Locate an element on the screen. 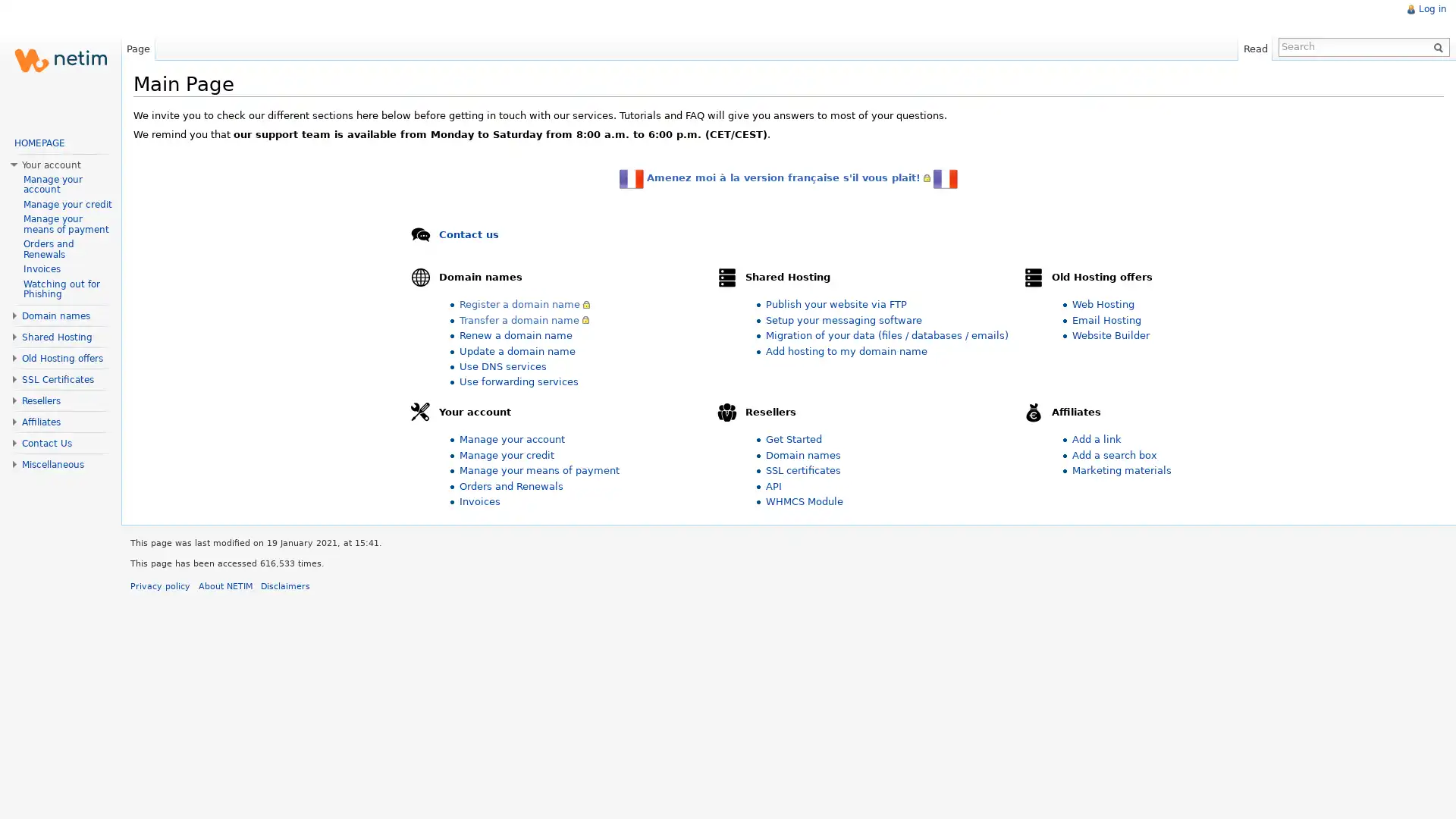 This screenshot has height=819, width=1456. Search is located at coordinates (1439, 45).